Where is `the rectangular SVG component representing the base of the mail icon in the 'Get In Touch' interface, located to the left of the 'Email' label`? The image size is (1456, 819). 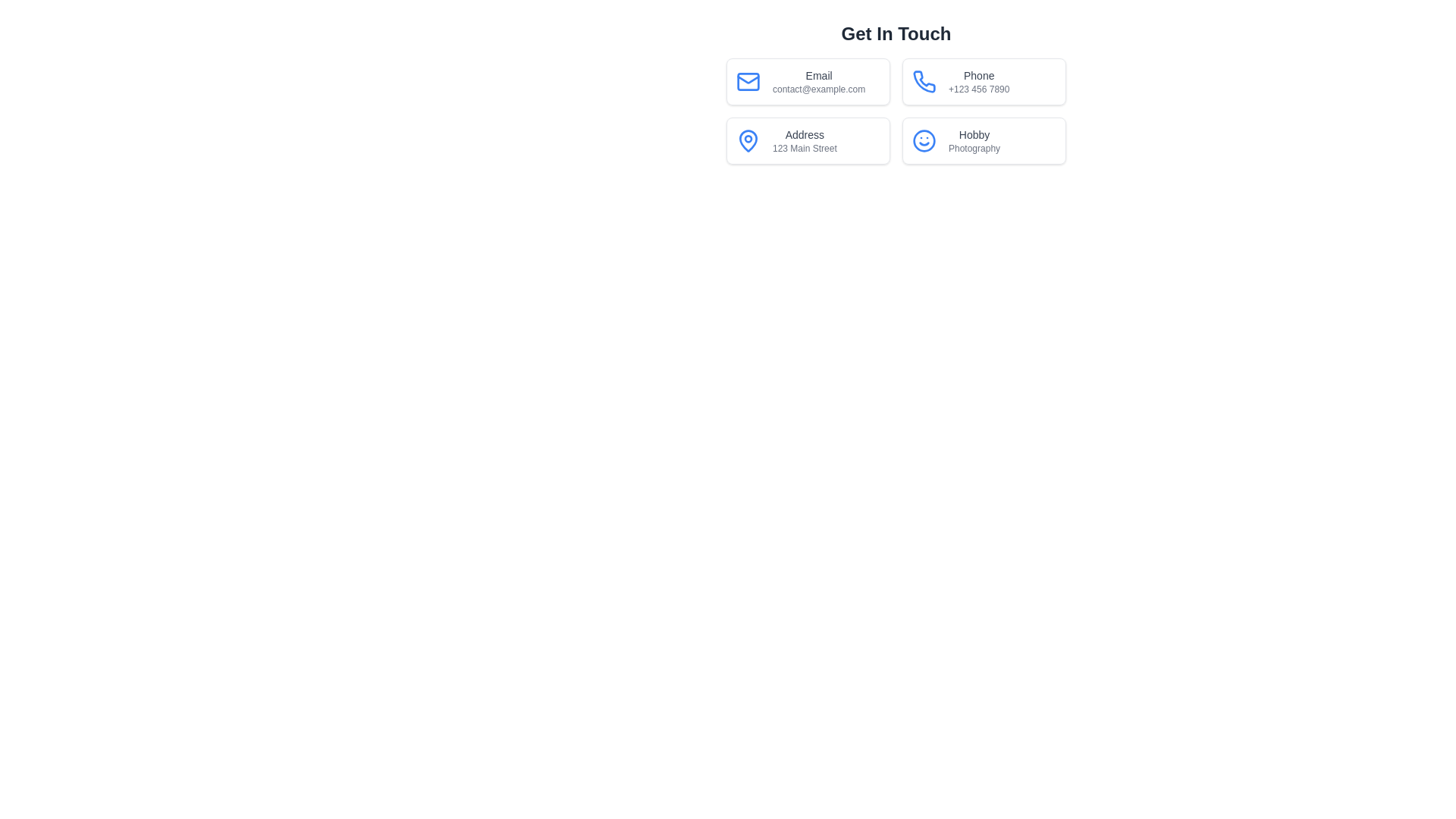 the rectangular SVG component representing the base of the mail icon in the 'Get In Touch' interface, located to the left of the 'Email' label is located at coordinates (748, 82).